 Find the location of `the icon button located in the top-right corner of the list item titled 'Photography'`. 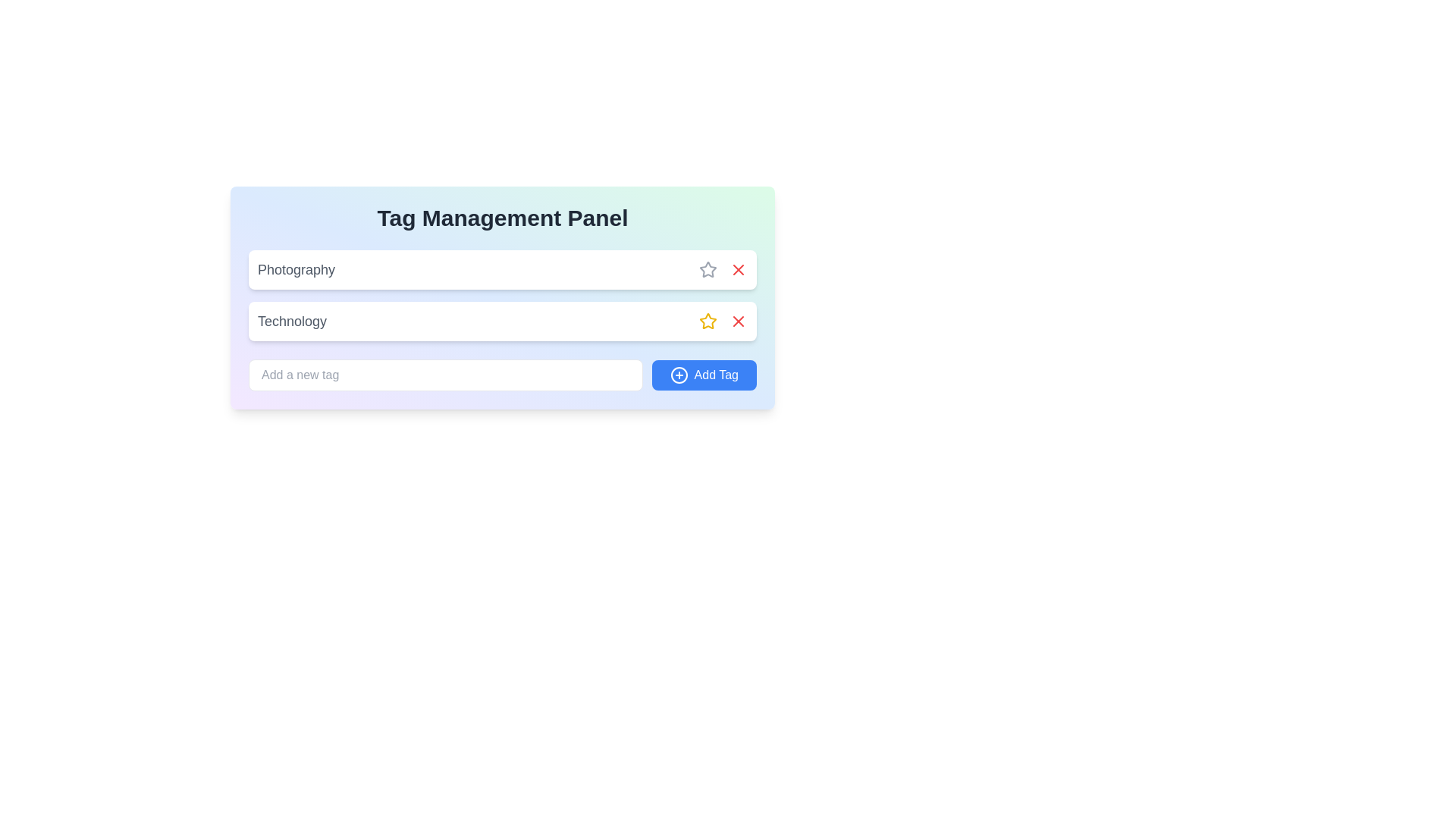

the icon button located in the top-right corner of the list item titled 'Photography' is located at coordinates (723, 268).